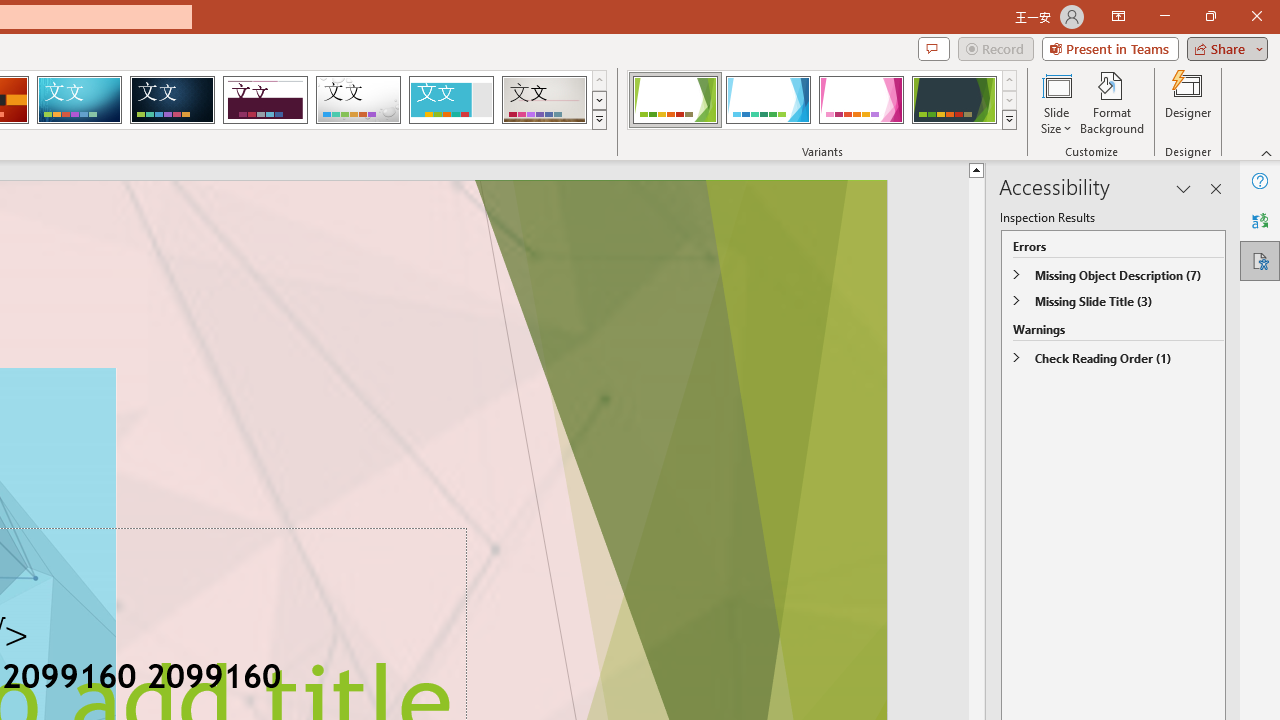 This screenshot has width=1280, height=720. I want to click on 'Facet Variant 1', so click(675, 100).